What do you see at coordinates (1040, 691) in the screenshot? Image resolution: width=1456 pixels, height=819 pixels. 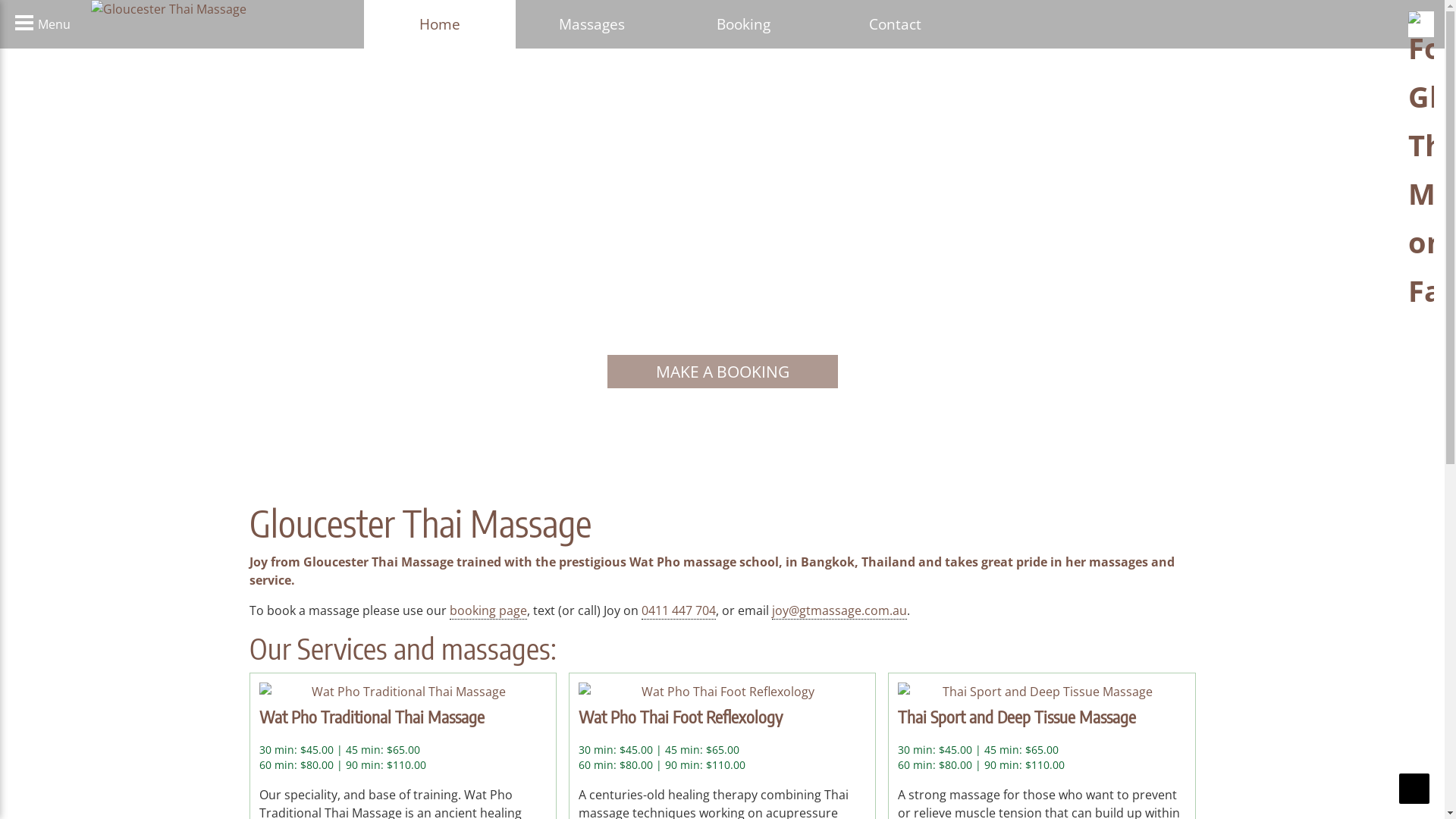 I see `'Thai Sport and Deep Tissue Massage'` at bounding box center [1040, 691].